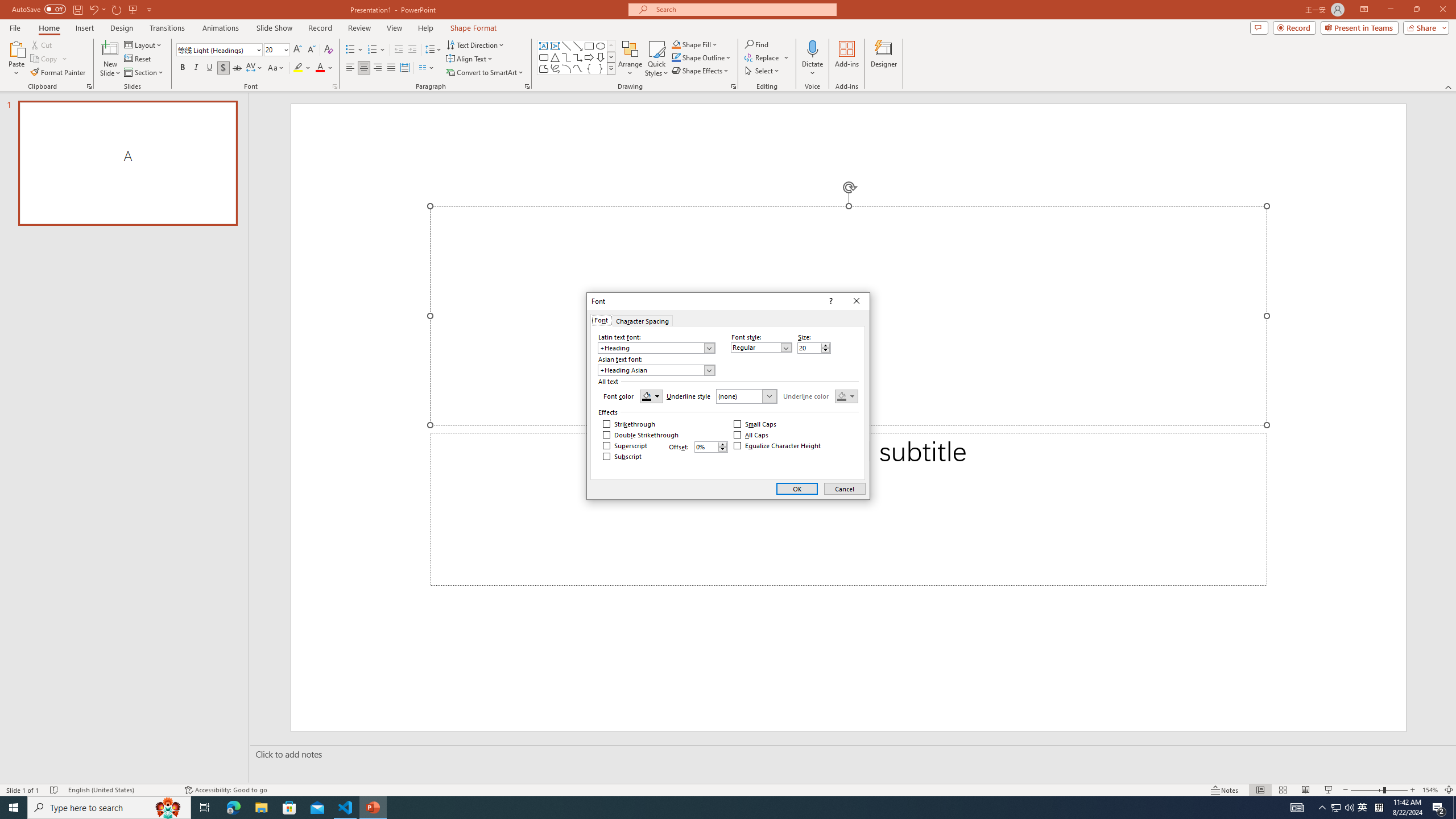  I want to click on 'Accessibility Checker Accessibility: Good to go', so click(226, 790).